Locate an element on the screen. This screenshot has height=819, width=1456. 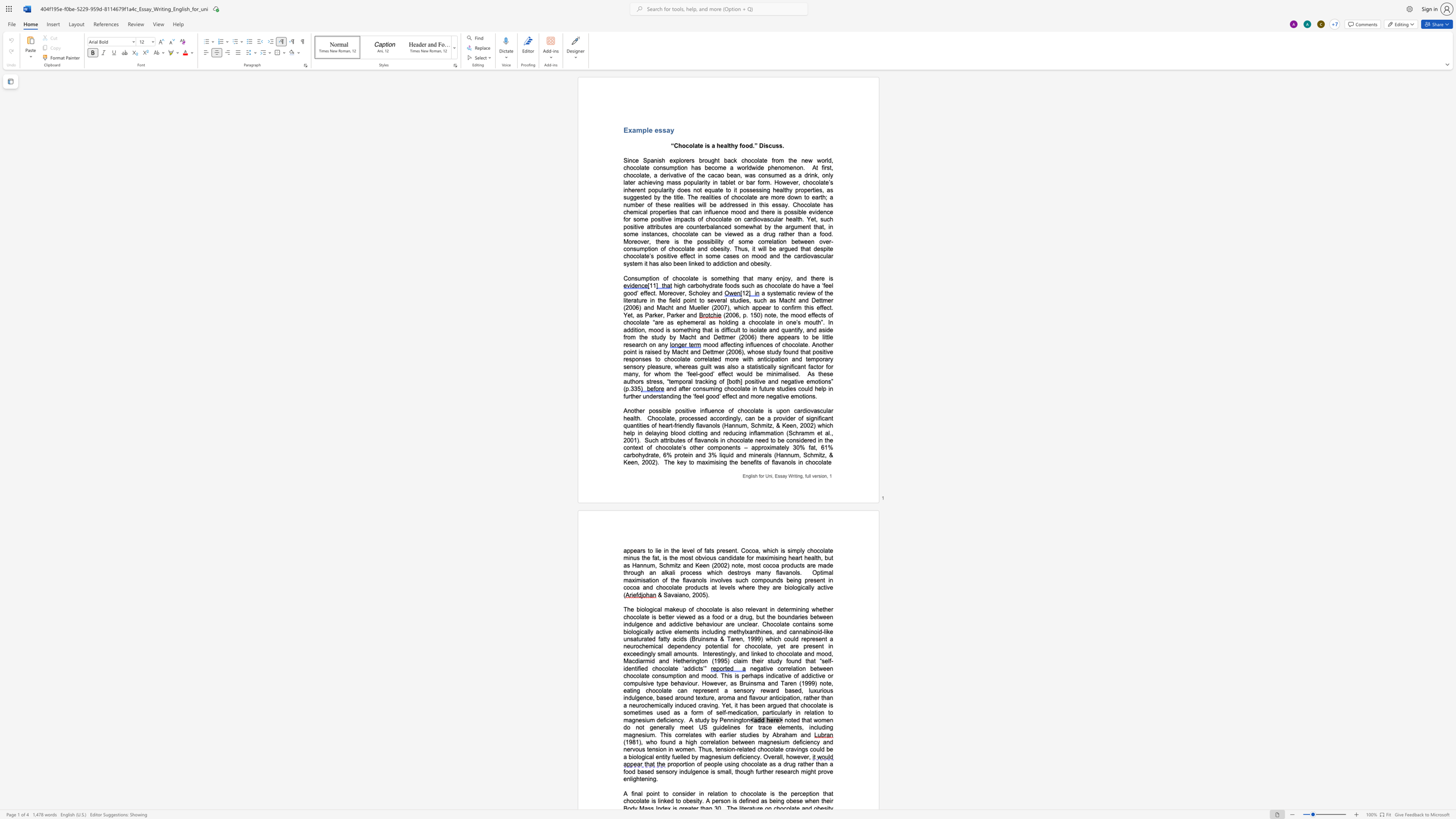
the space between the continuous character "r" and "t" in the text is located at coordinates (667, 211).